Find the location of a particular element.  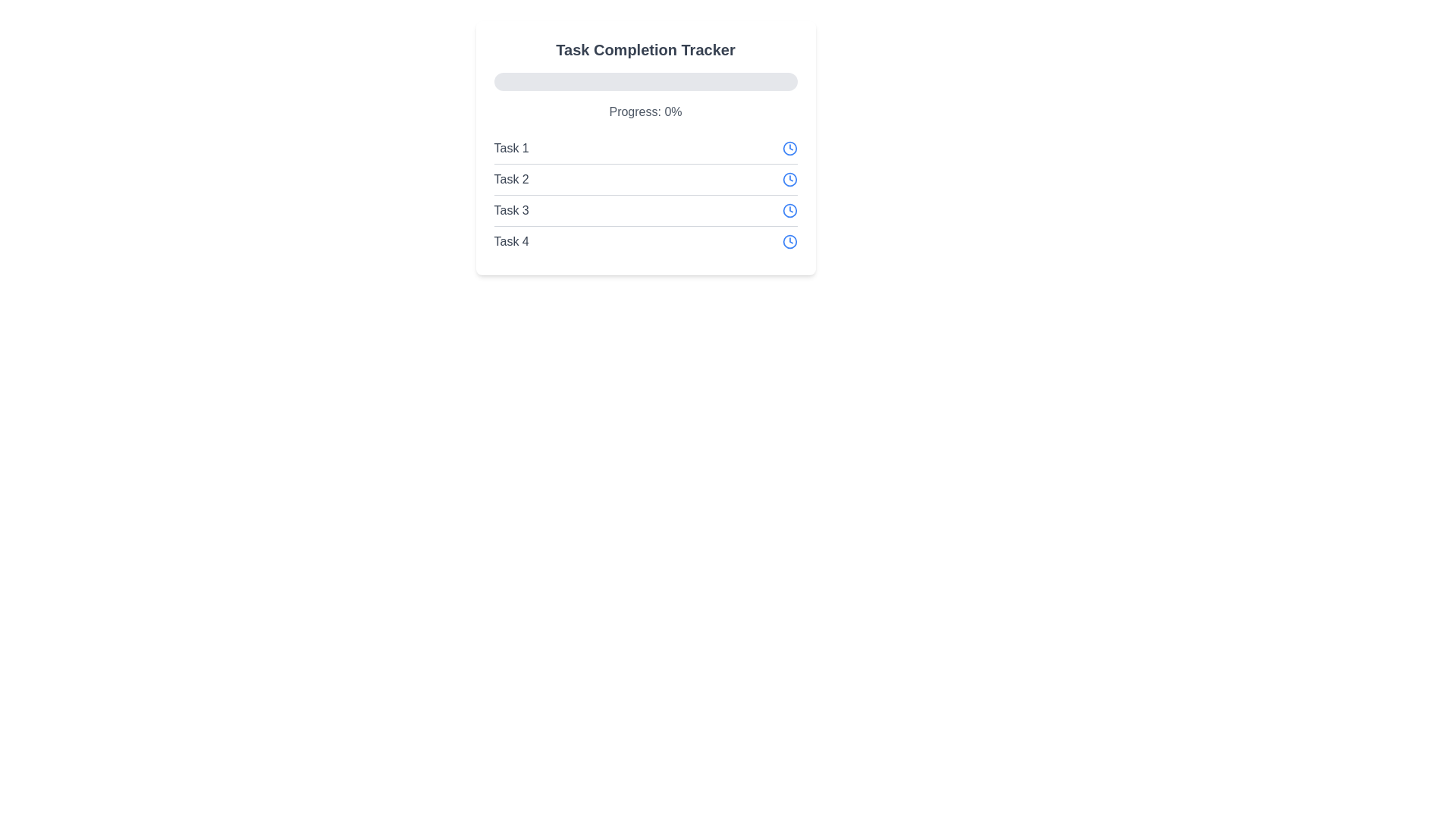

the SVG Circle element that is part of the clock icon for 'Task 4' in the 'Task Completion Tracker' interface is located at coordinates (789, 241).